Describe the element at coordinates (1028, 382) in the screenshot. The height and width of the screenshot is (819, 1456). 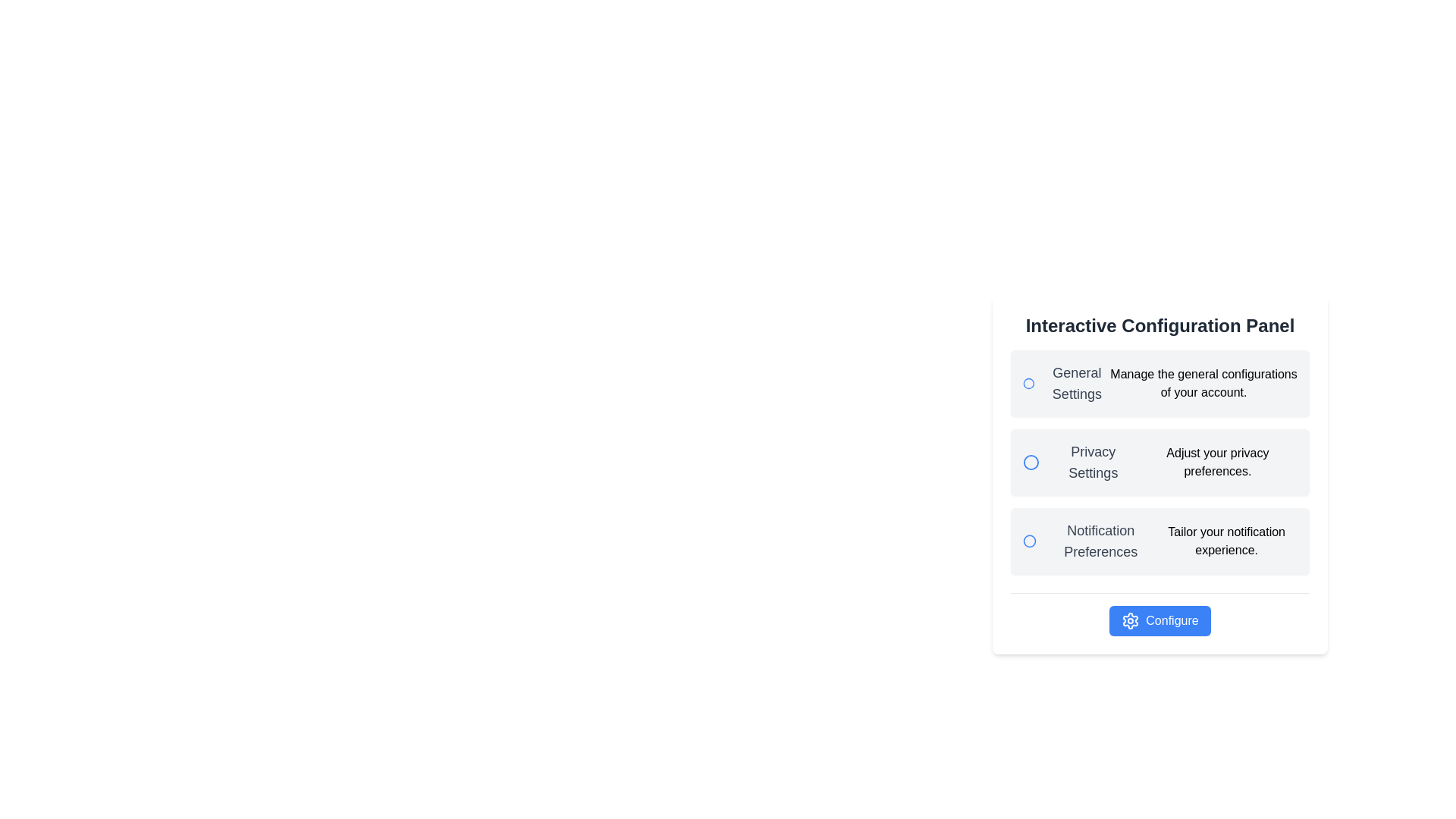
I see `the prominent circular icon located inside the 'Interactive Configuration Panel'` at that location.